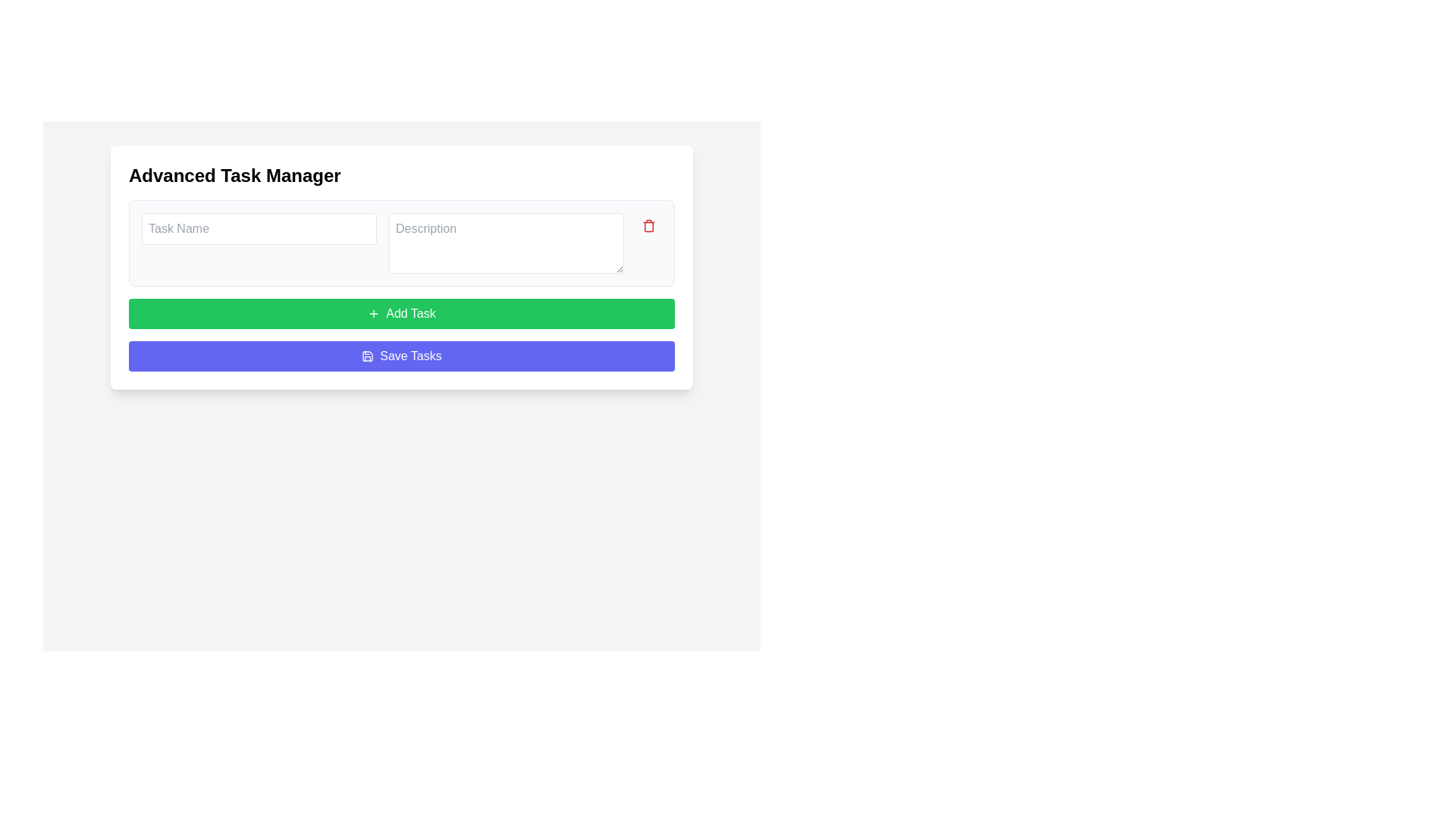 This screenshot has height=819, width=1456. Describe the element at coordinates (401, 312) in the screenshot. I see `the button used for adding tasks, which is positioned below the 'Task Name' and 'Description' input fields and above the 'Save Tasks' button` at that location.